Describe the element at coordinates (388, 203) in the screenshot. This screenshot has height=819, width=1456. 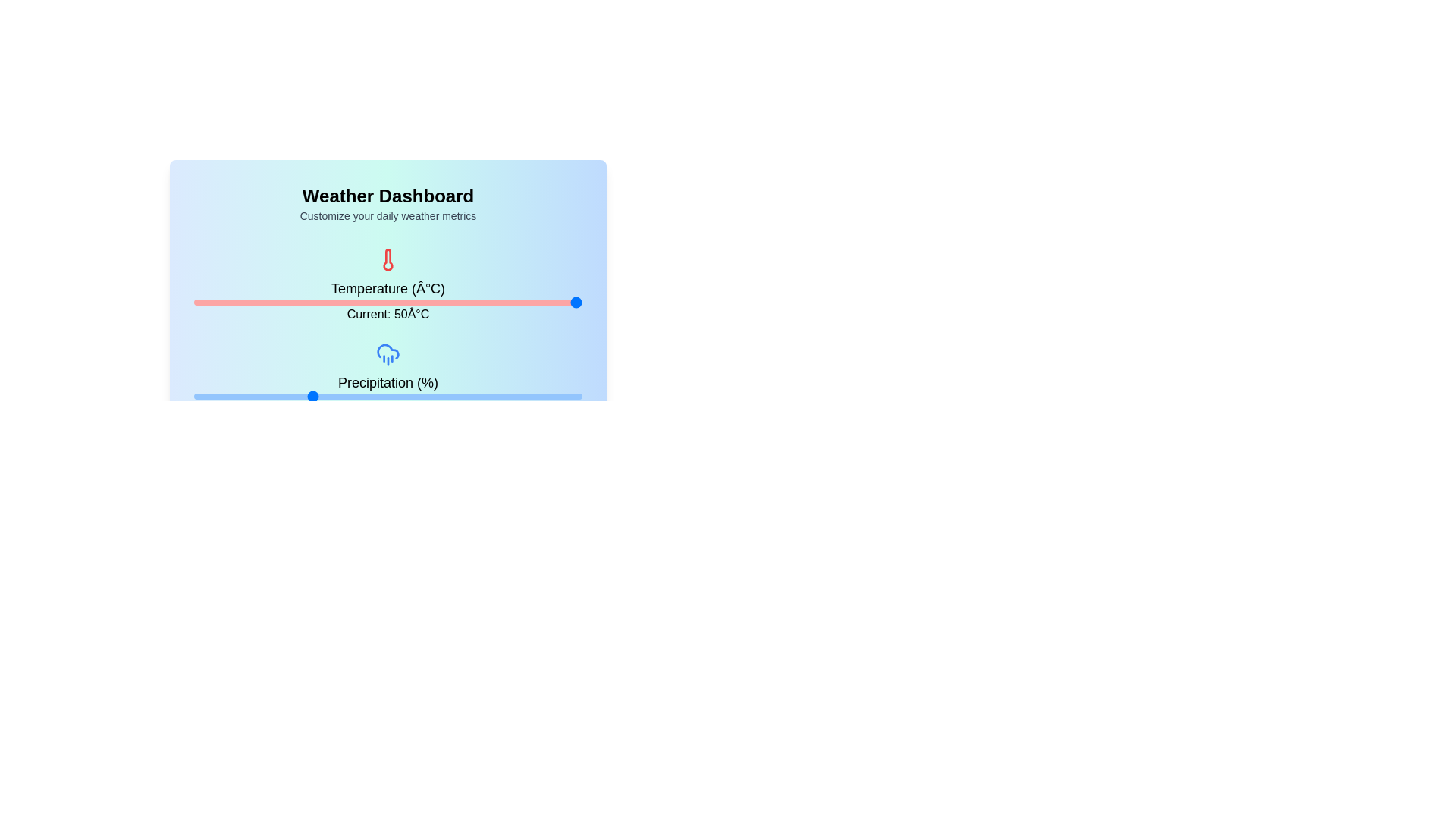
I see `heading 'Weather Dashboard' and the description 'Customize your daily weather metrics' from the informational header located at the top of the weather dashboard` at that location.